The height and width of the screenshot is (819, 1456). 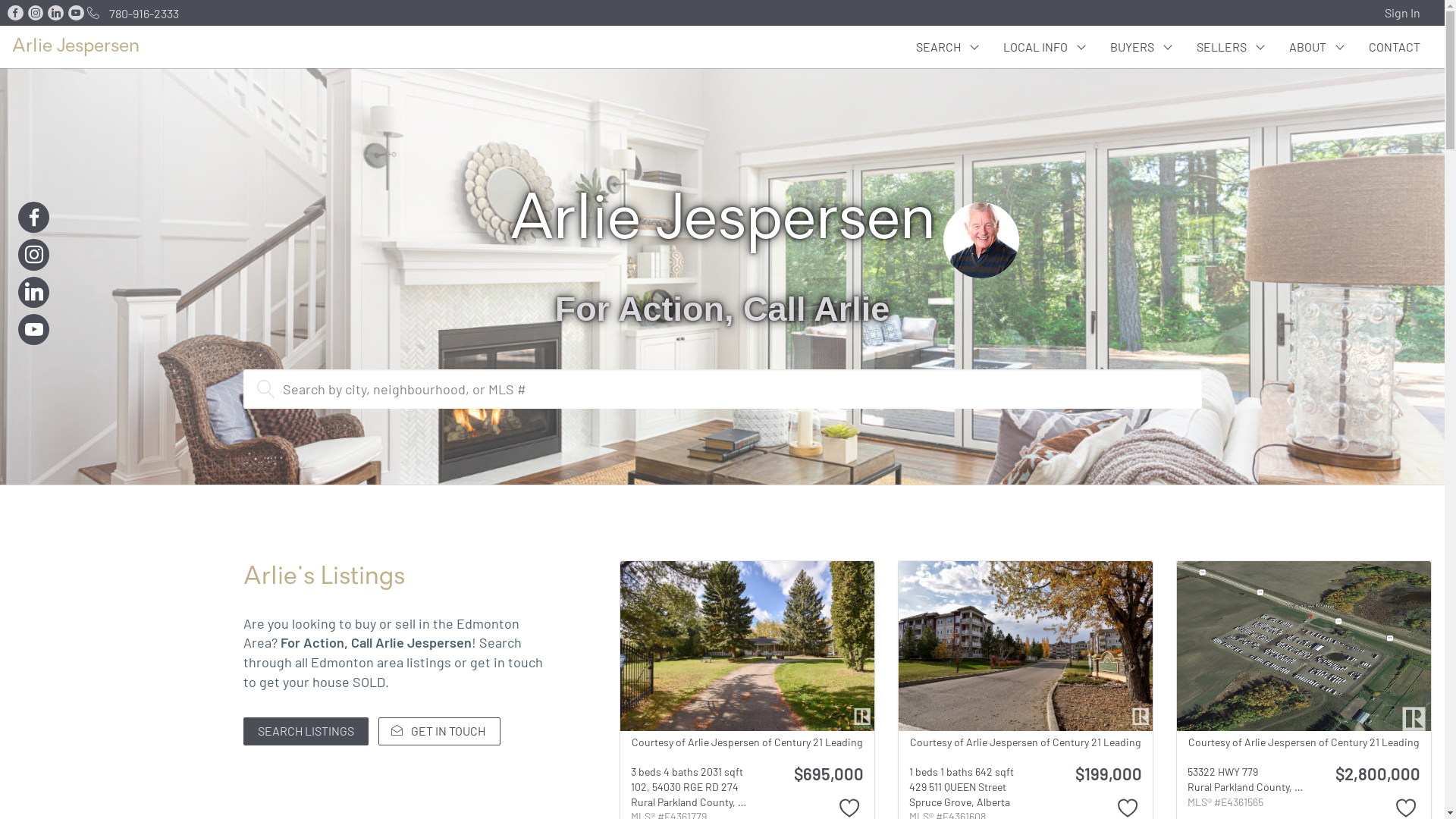 What do you see at coordinates (1405, 12) in the screenshot?
I see `'Sign In'` at bounding box center [1405, 12].